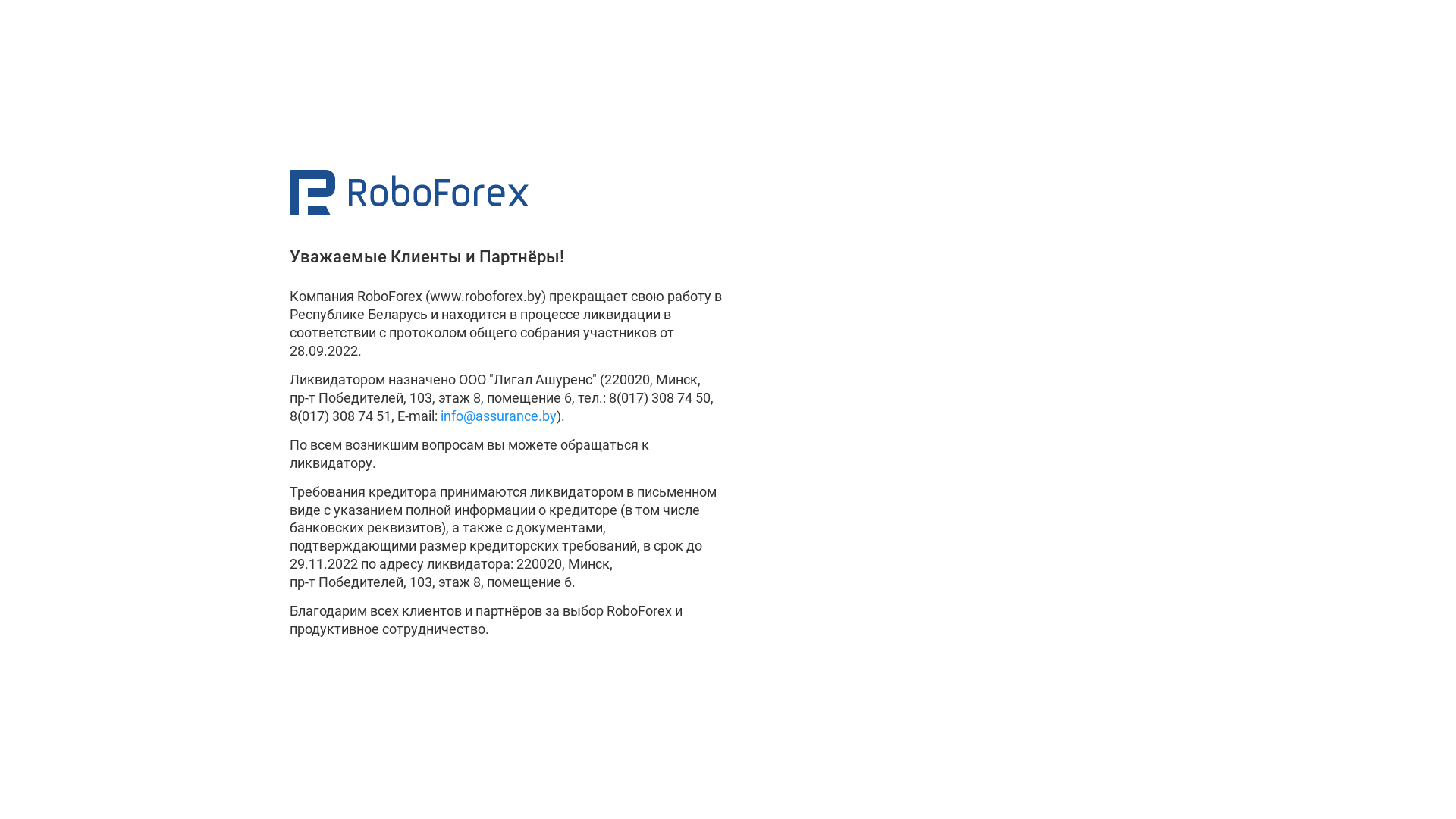 The image size is (1456, 819). What do you see at coordinates (498, 416) in the screenshot?
I see `'info@assurance.by'` at bounding box center [498, 416].